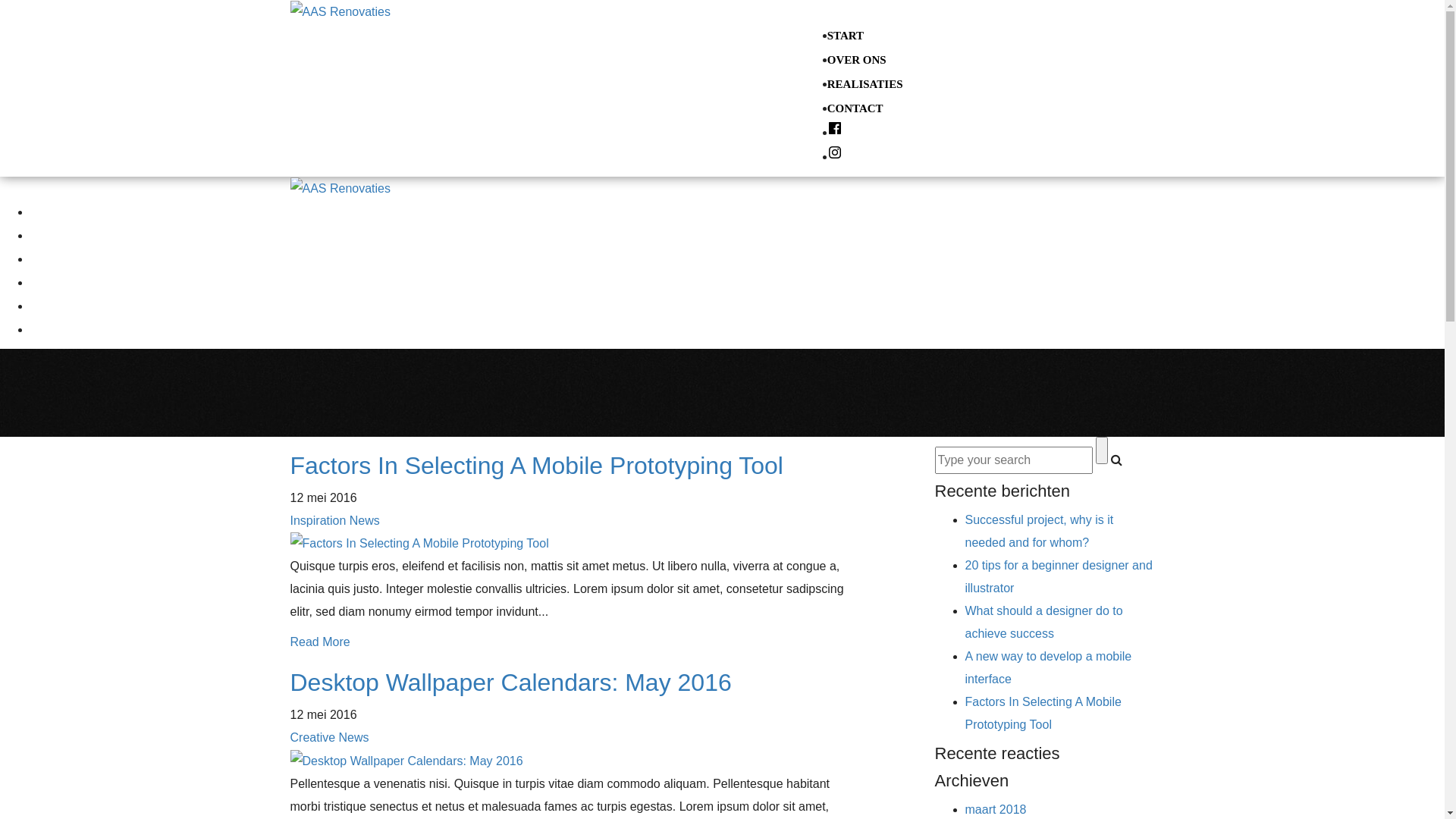 The image size is (1456, 819). What do you see at coordinates (316, 519) in the screenshot?
I see `'Inspiration'` at bounding box center [316, 519].